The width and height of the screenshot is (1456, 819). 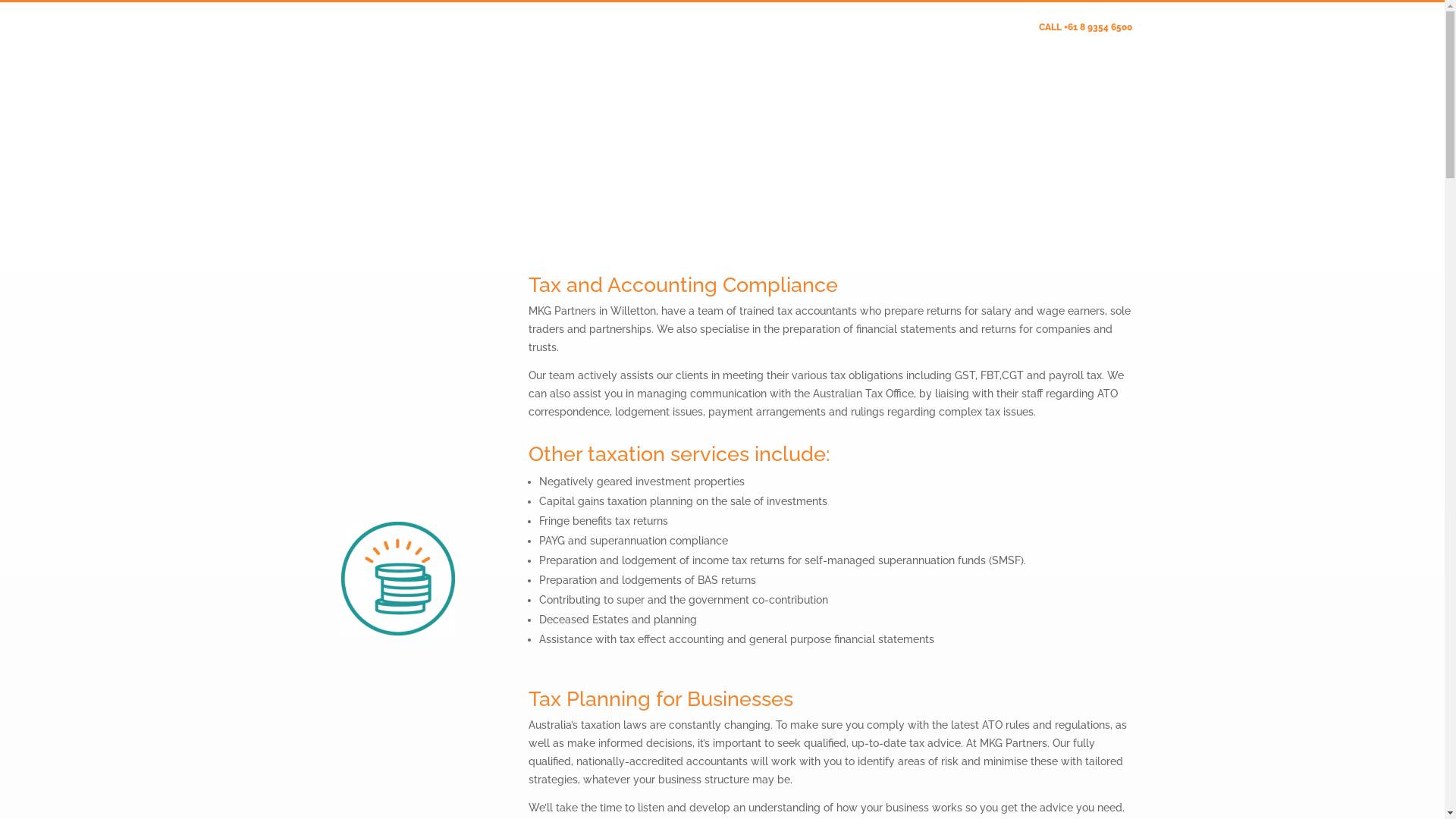 I want to click on 'CALL +61 8 9354 6500', so click(x=1084, y=30).